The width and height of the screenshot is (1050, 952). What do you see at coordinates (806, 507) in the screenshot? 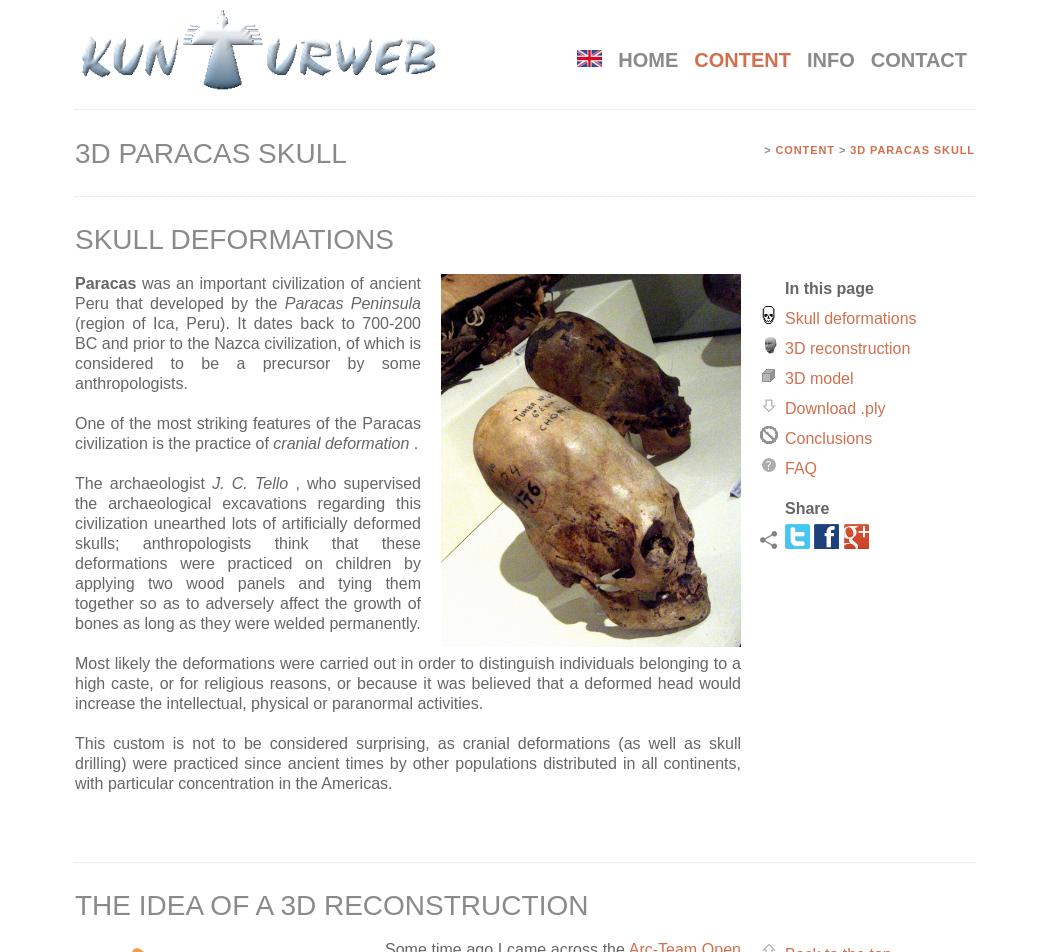
I see `'Share'` at bounding box center [806, 507].